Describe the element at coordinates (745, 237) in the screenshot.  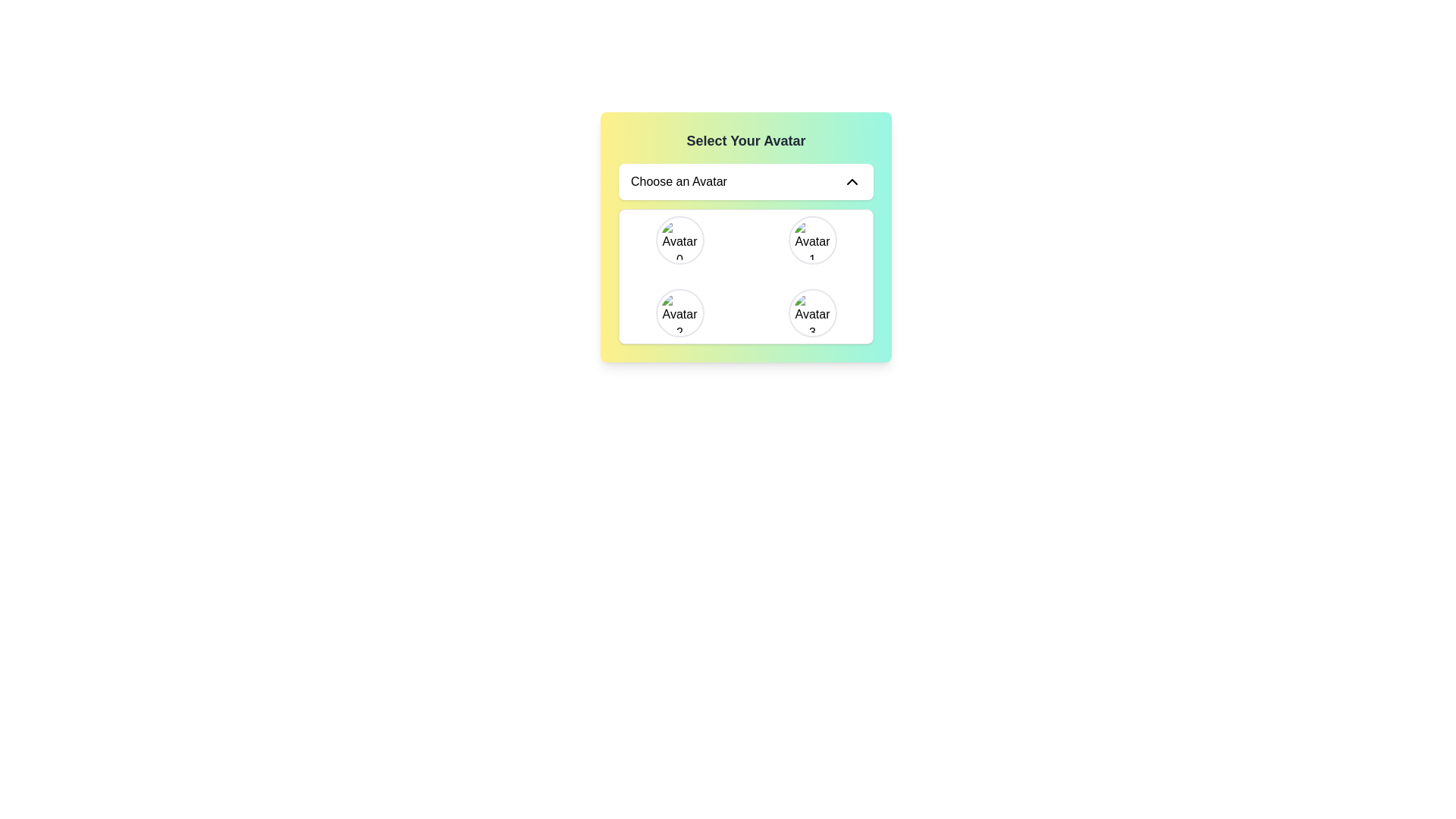
I see `an avatar in the selection widget labeled 'Select Your Avatar'` at that location.